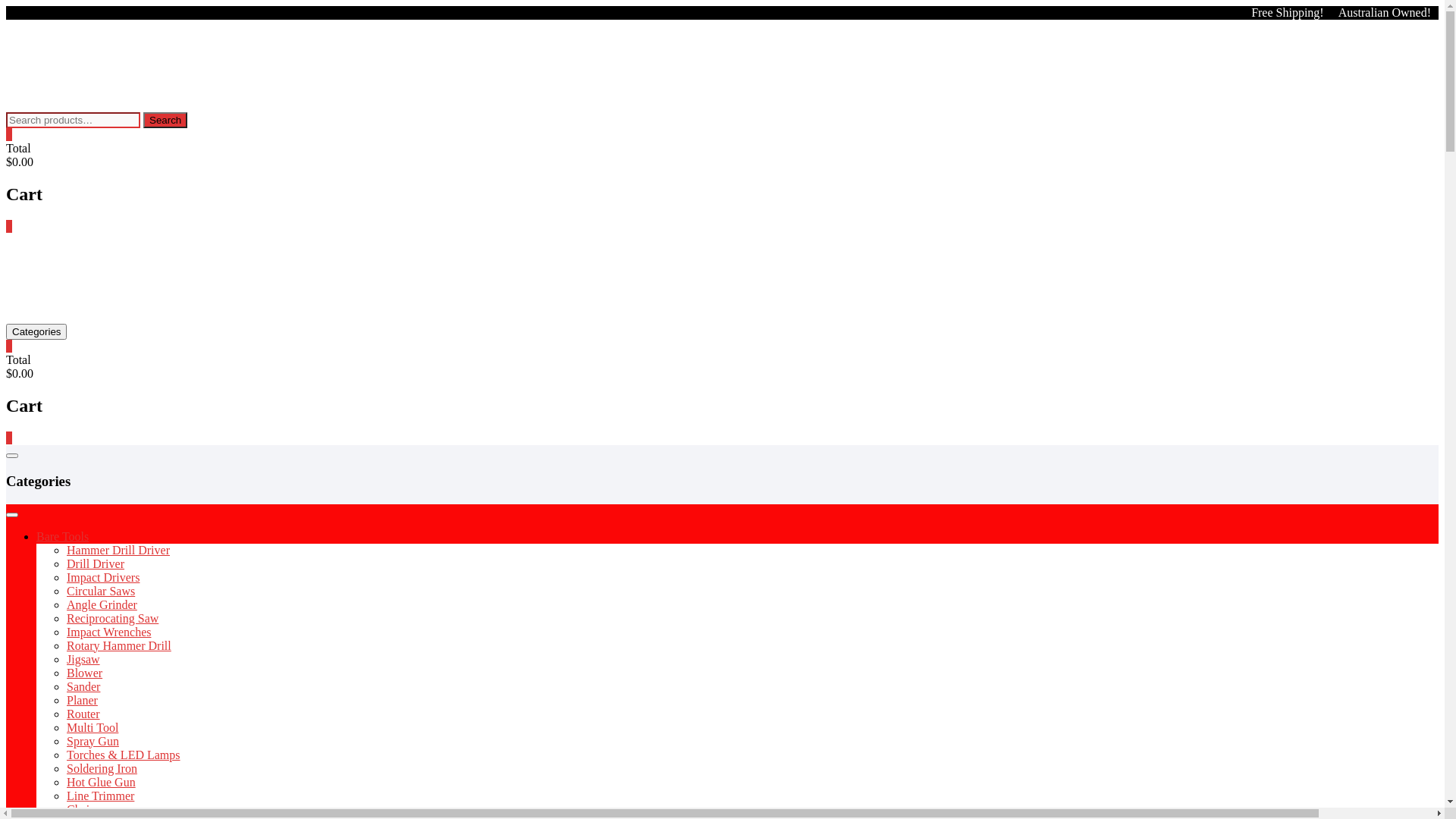 The height and width of the screenshot is (819, 1456). What do you see at coordinates (118, 550) in the screenshot?
I see `'Hammer Drill Driver'` at bounding box center [118, 550].